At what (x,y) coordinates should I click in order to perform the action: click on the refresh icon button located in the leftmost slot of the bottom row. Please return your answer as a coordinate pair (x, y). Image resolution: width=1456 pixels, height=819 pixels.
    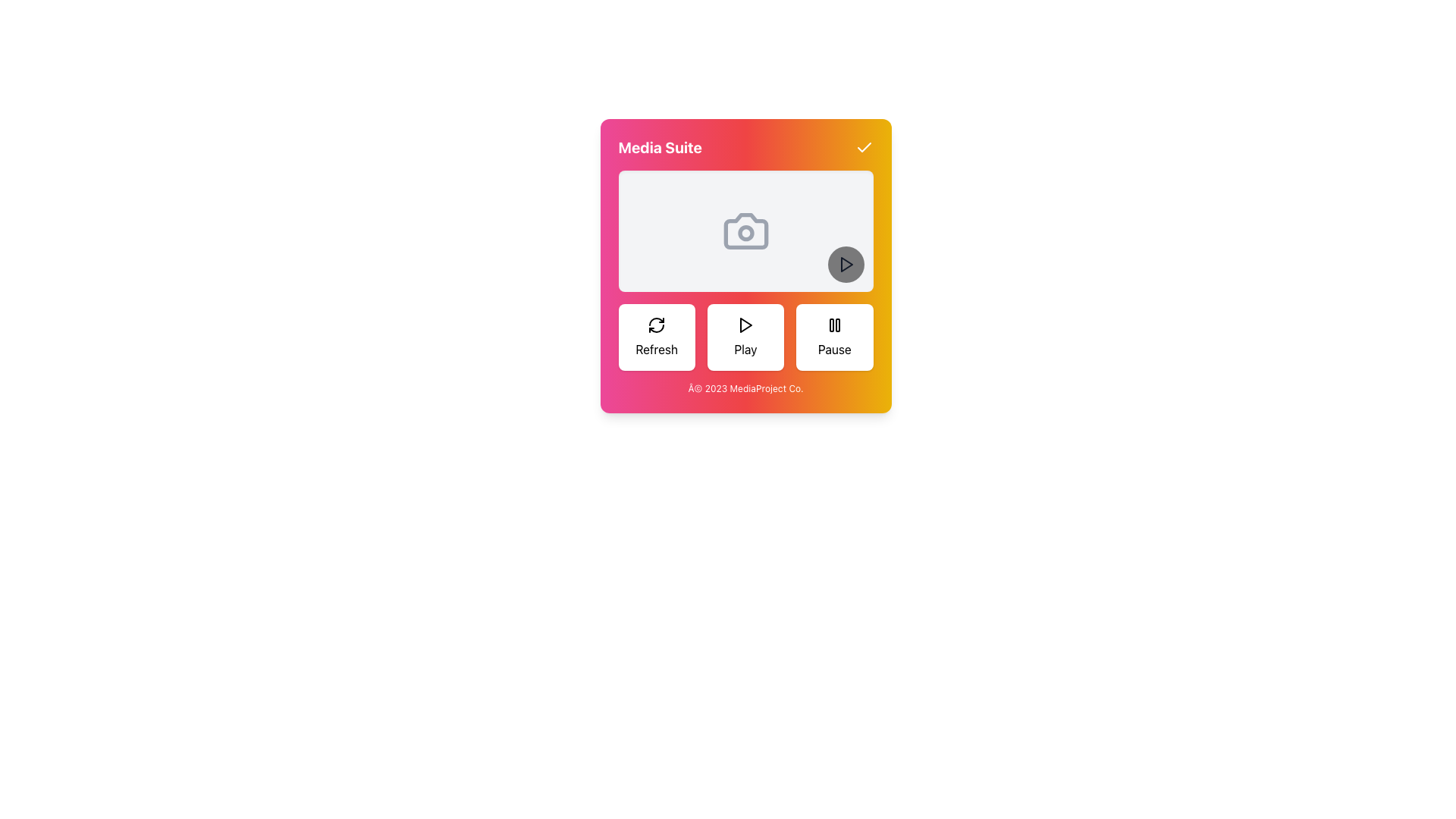
    Looking at the image, I should click on (657, 324).